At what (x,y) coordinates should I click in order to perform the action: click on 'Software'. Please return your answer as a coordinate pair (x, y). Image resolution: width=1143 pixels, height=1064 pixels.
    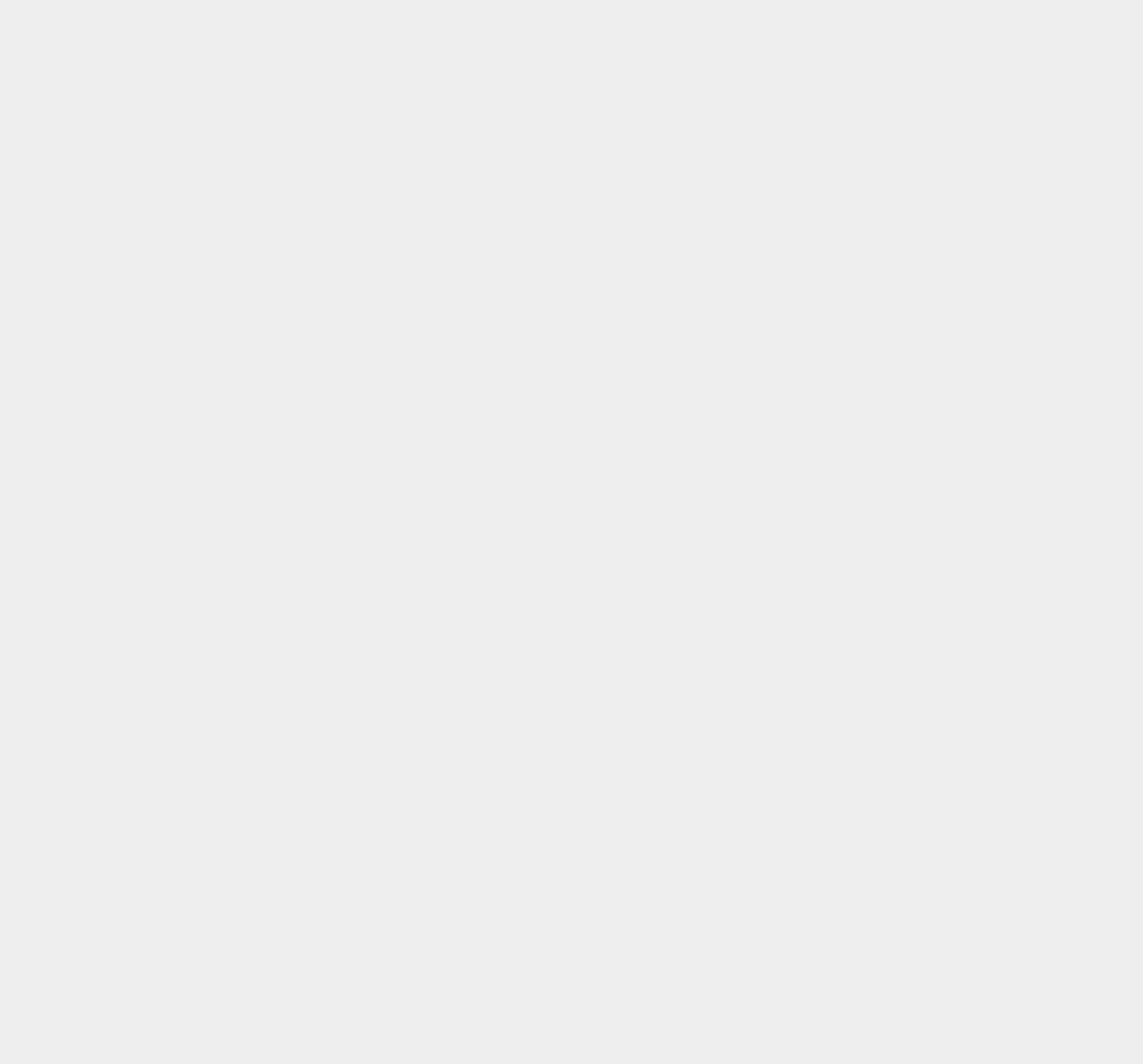
    Looking at the image, I should click on (835, 44).